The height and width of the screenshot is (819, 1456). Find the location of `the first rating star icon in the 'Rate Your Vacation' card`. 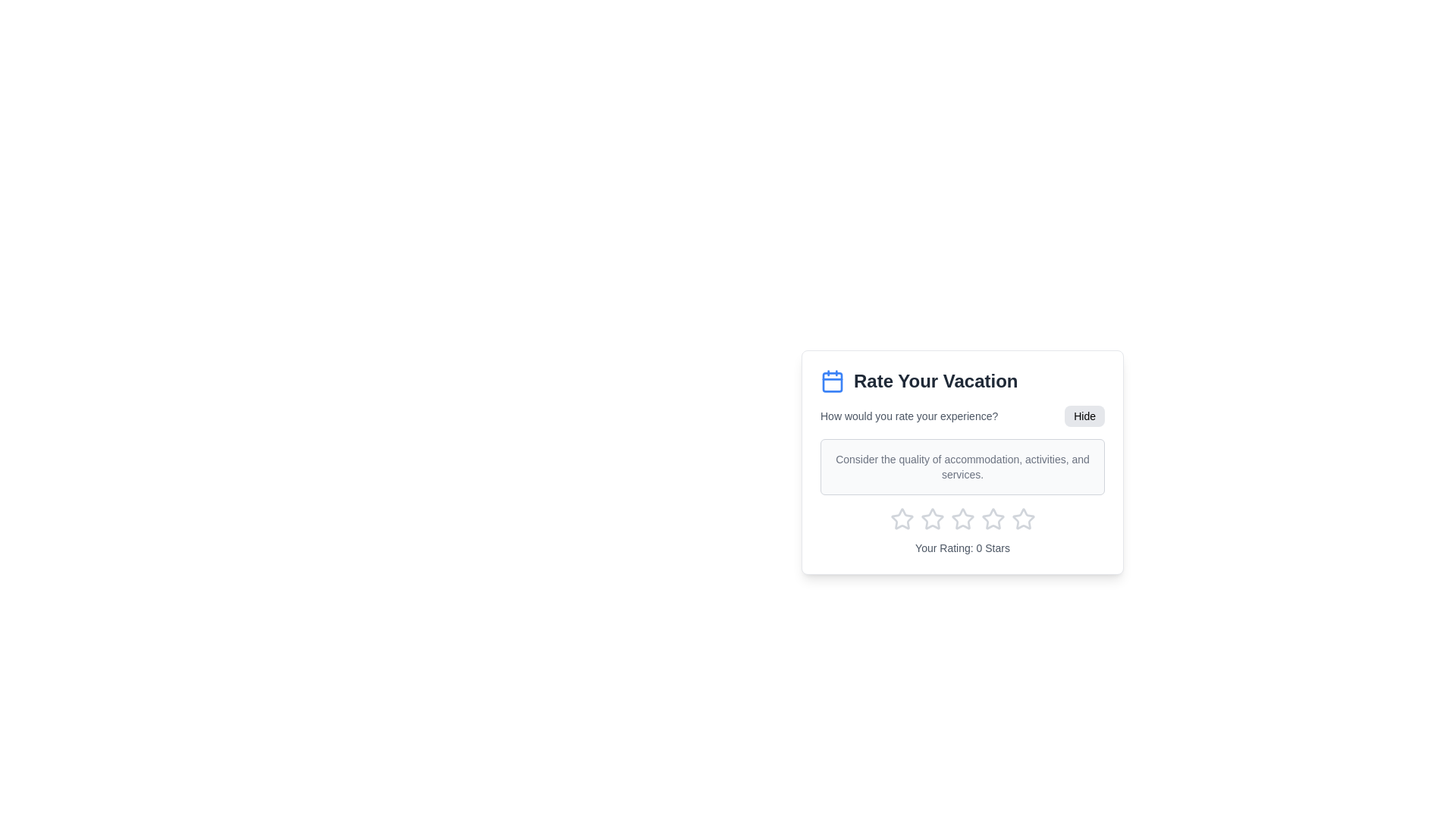

the first rating star icon in the 'Rate Your Vacation' card is located at coordinates (931, 518).